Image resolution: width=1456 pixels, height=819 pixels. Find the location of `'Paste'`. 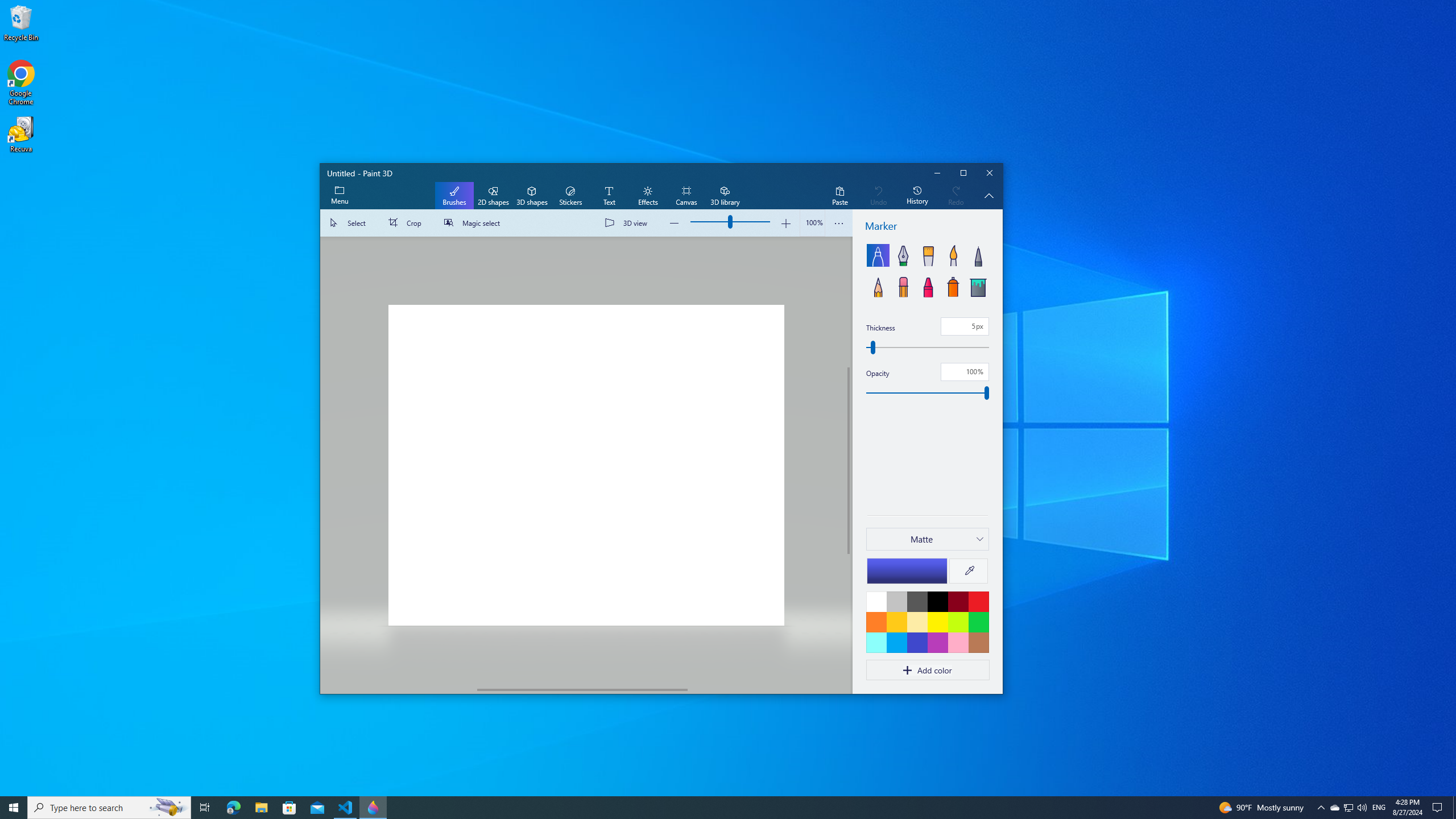

'Paste' is located at coordinates (839, 196).